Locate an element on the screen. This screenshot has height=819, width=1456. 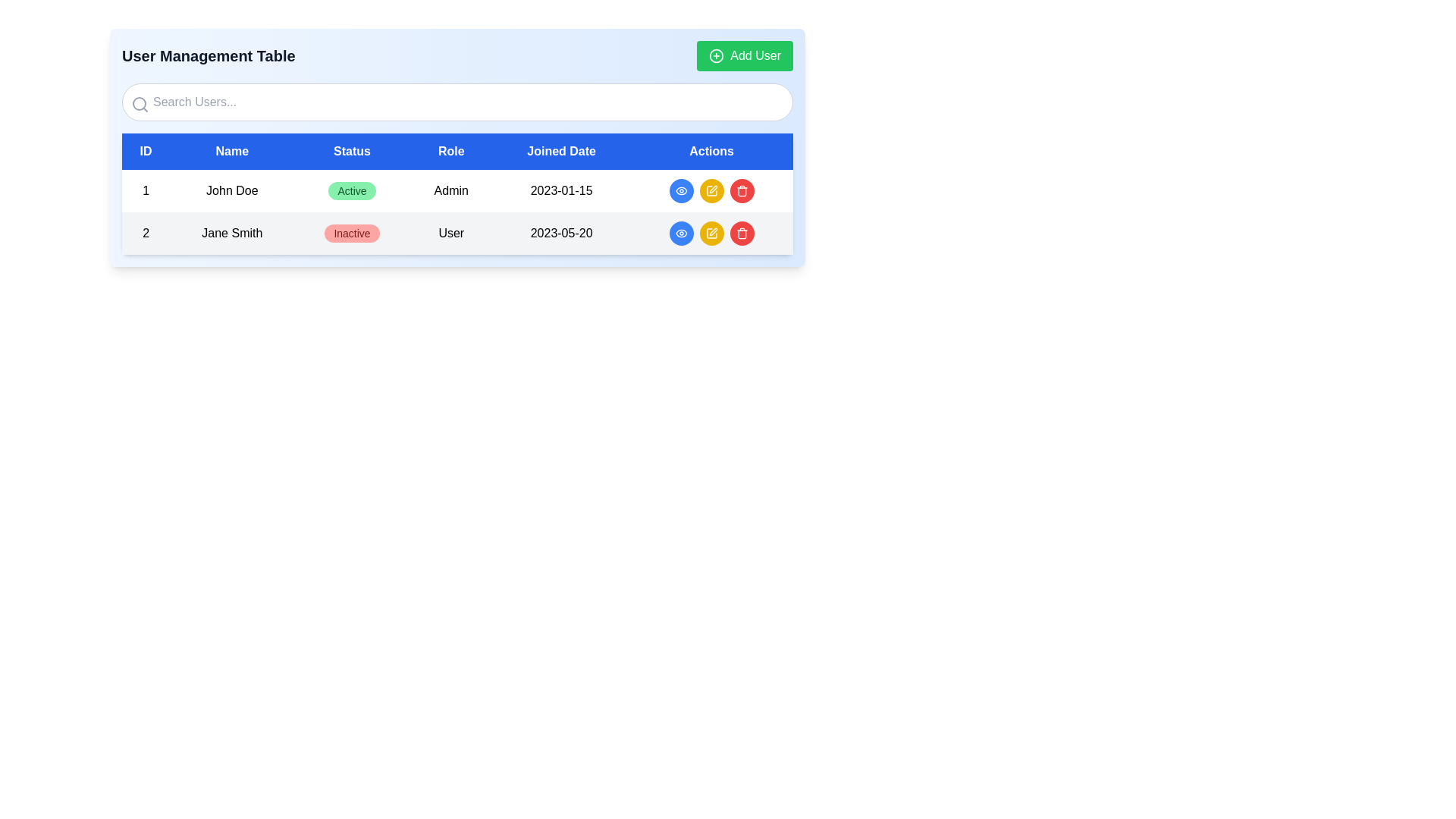
the delete icon button located at the bottom-right corner of the user management table is located at coordinates (742, 234).